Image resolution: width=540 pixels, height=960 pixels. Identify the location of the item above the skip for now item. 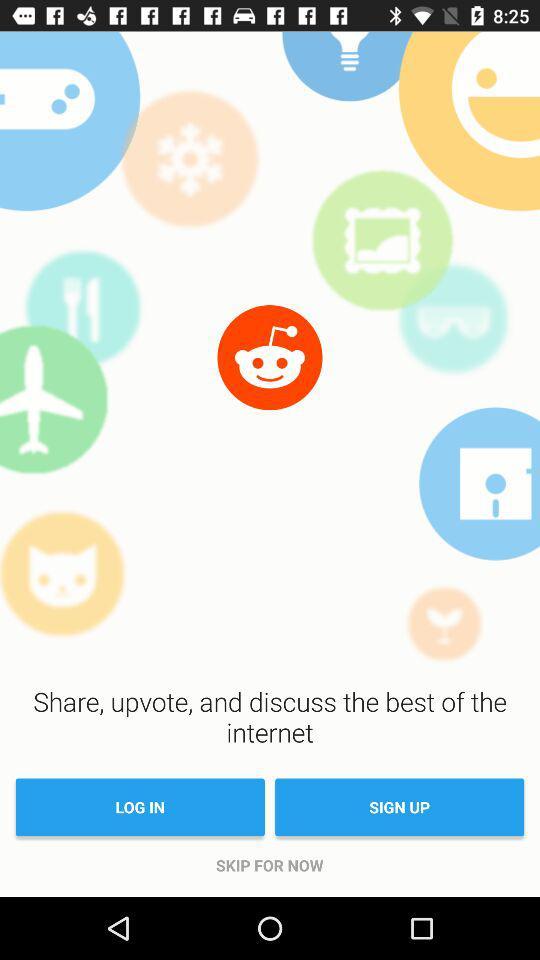
(399, 807).